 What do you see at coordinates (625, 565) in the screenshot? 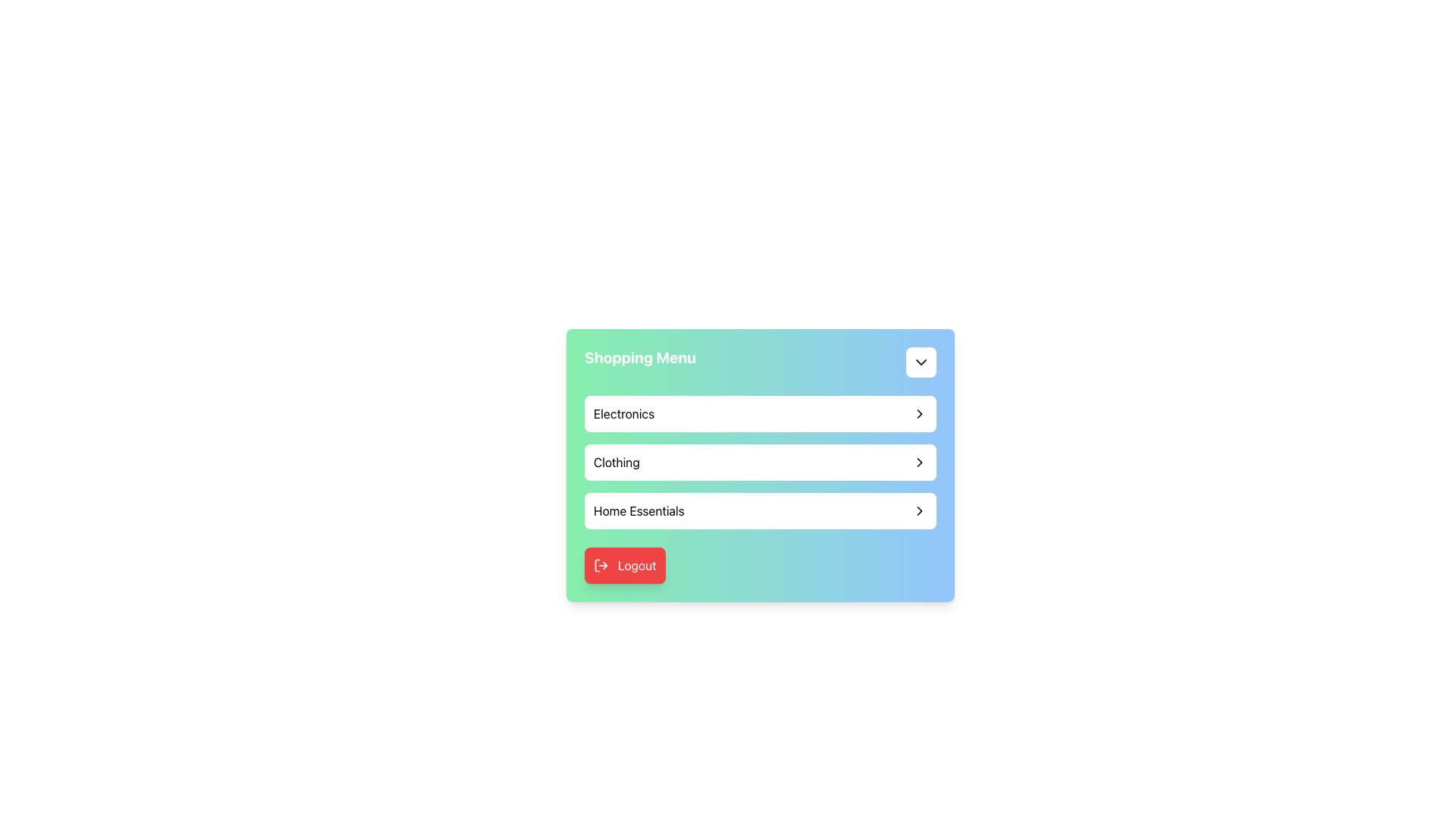
I see `the logout button located at the bottom left corner of the menu interface` at bounding box center [625, 565].